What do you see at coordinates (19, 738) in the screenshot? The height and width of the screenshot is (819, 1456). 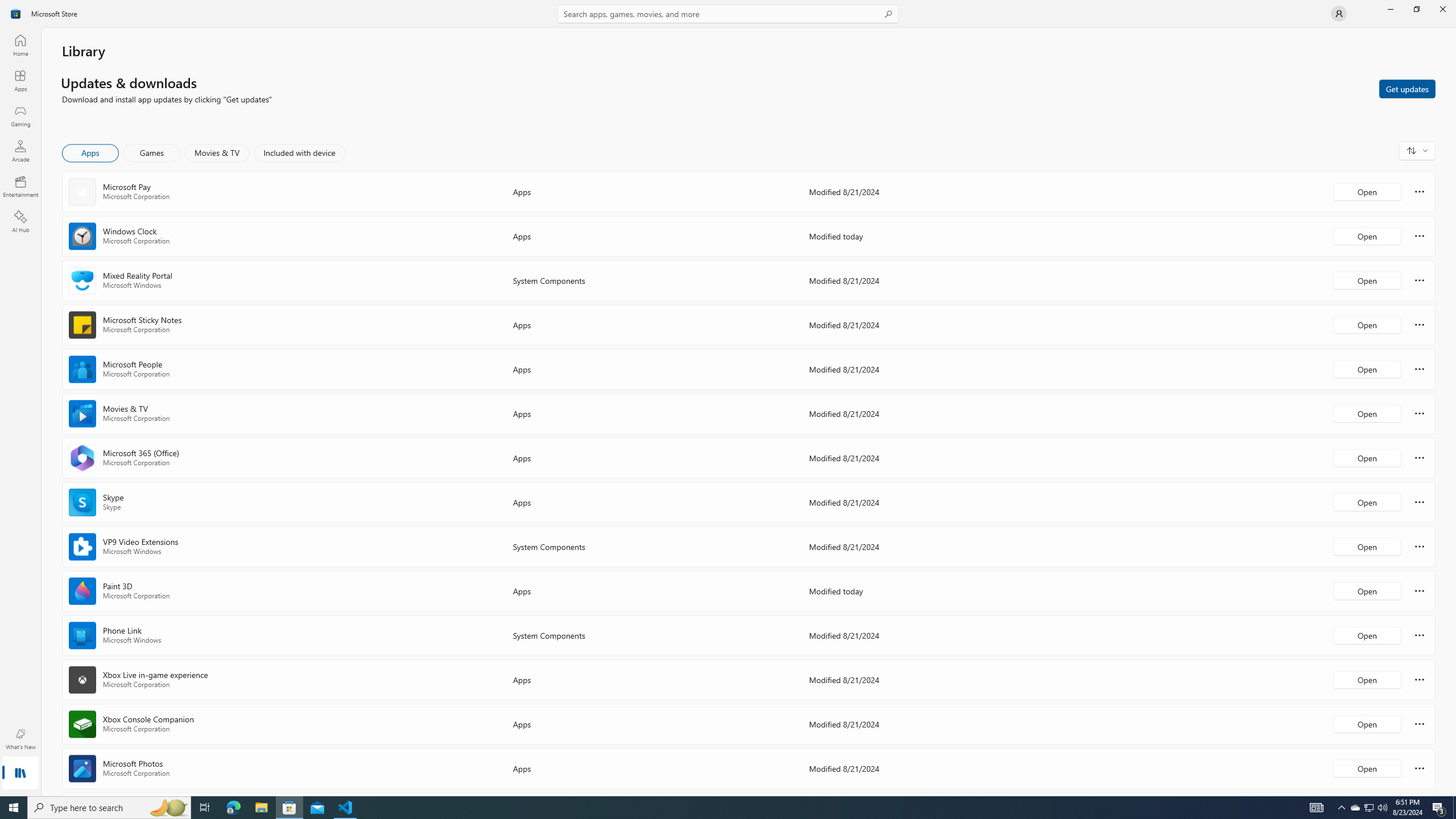 I see `'What'` at bounding box center [19, 738].